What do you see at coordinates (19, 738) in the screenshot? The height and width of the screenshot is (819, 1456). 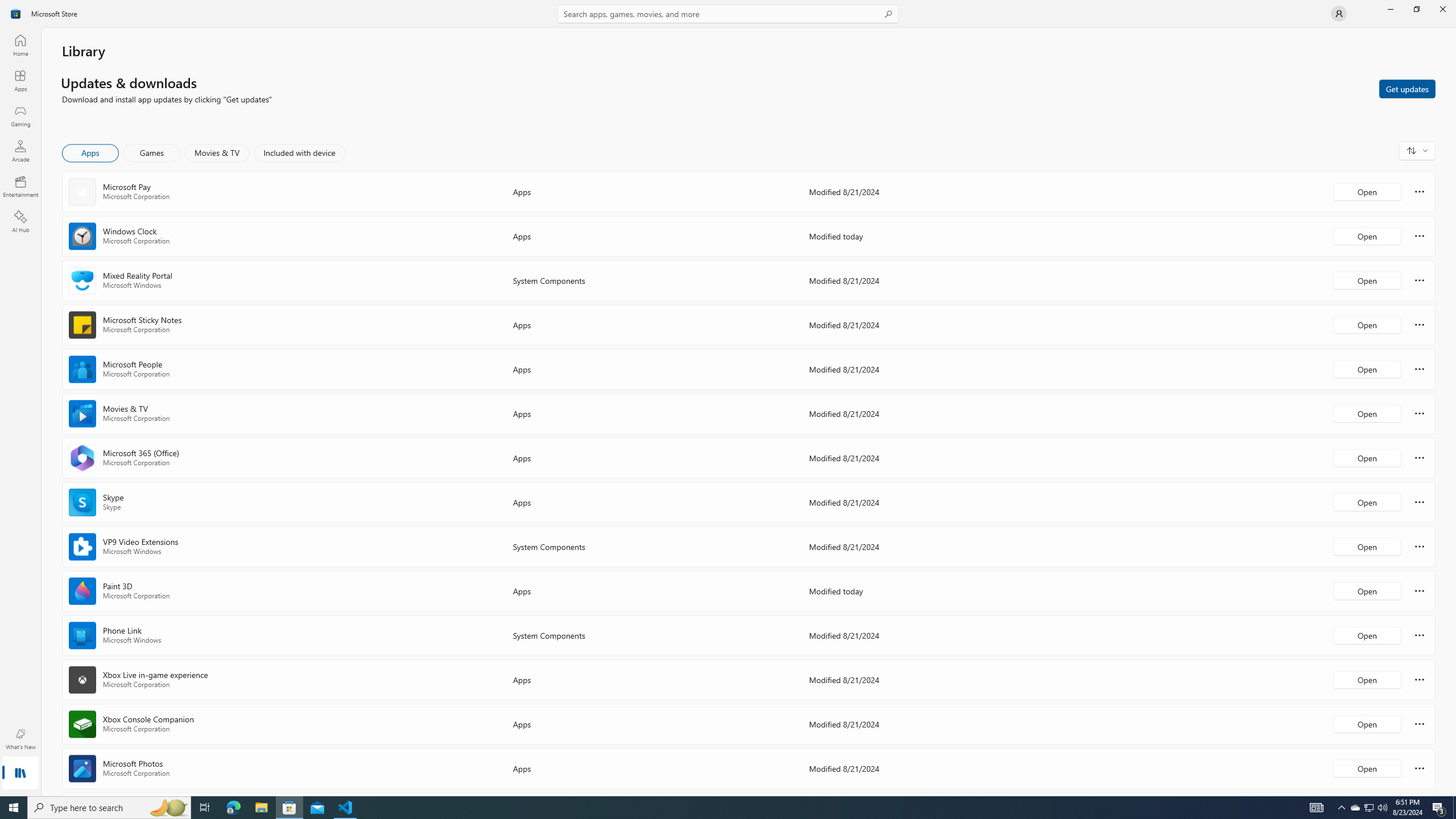 I see `'What'` at bounding box center [19, 738].